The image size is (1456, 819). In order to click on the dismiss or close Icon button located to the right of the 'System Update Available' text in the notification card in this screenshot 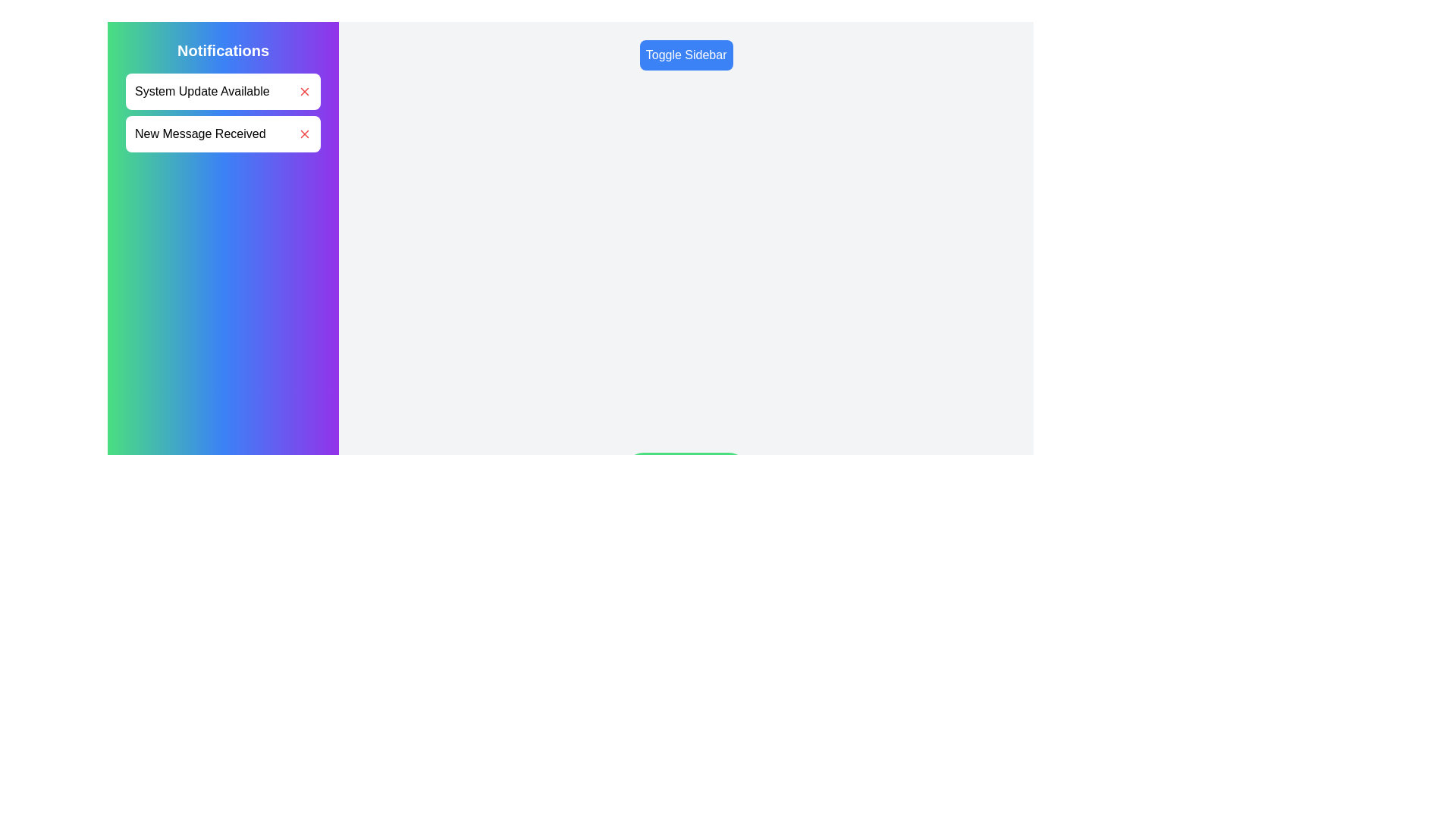, I will do `click(304, 91)`.